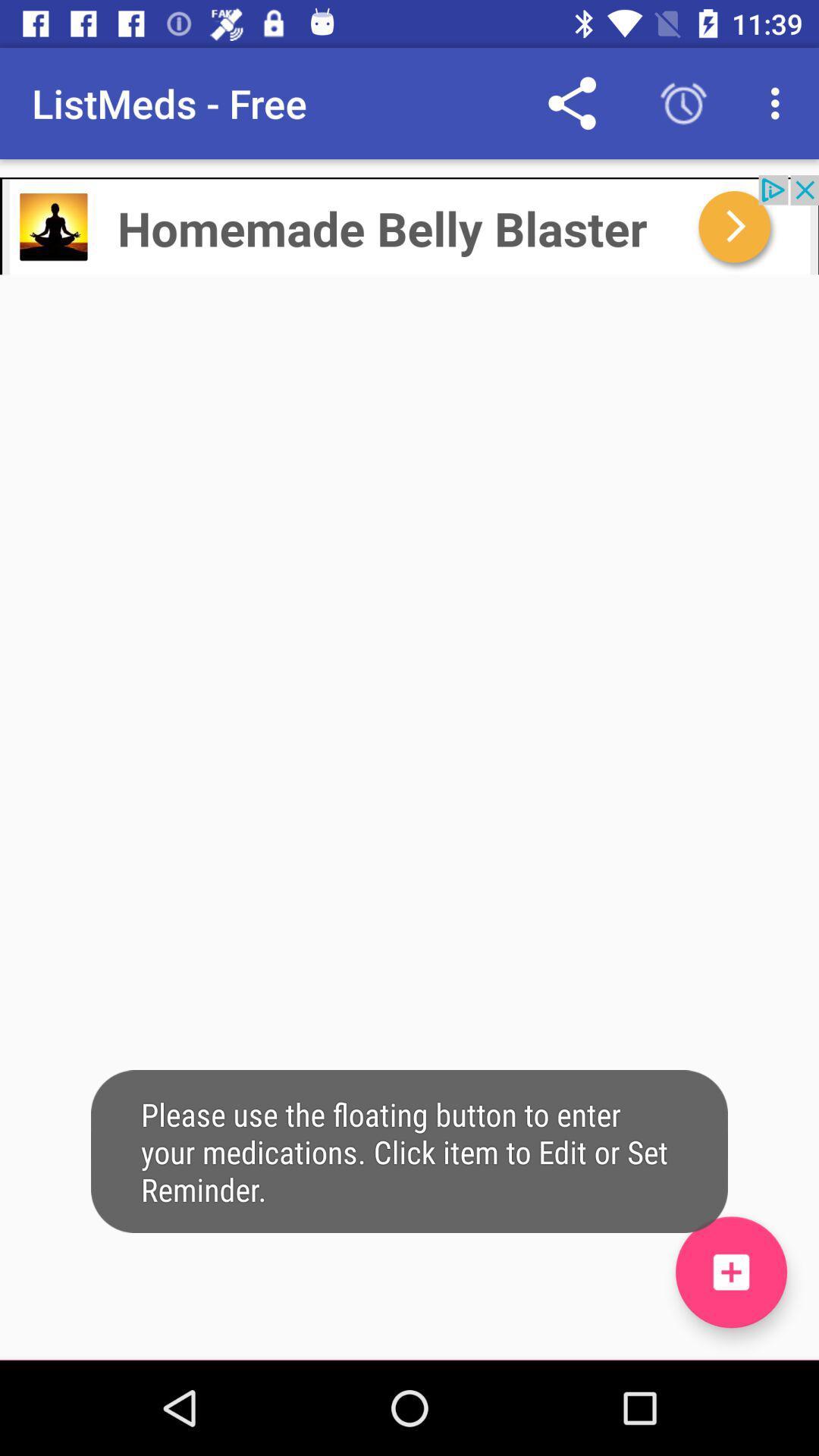 This screenshot has height=1456, width=819. What do you see at coordinates (730, 1272) in the screenshot?
I see `click on the button to enter your medications` at bounding box center [730, 1272].